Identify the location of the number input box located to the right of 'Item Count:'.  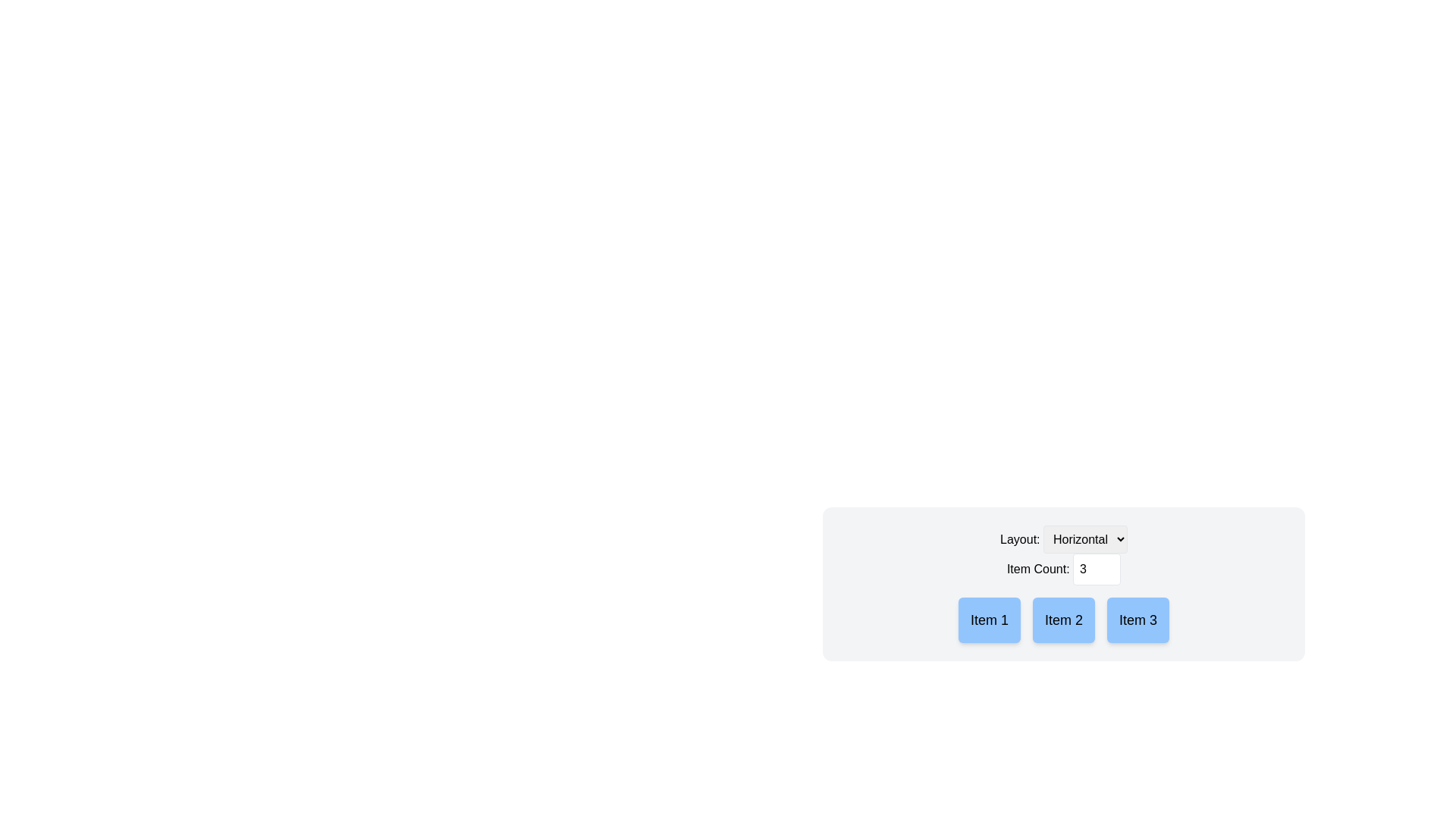
(1097, 570).